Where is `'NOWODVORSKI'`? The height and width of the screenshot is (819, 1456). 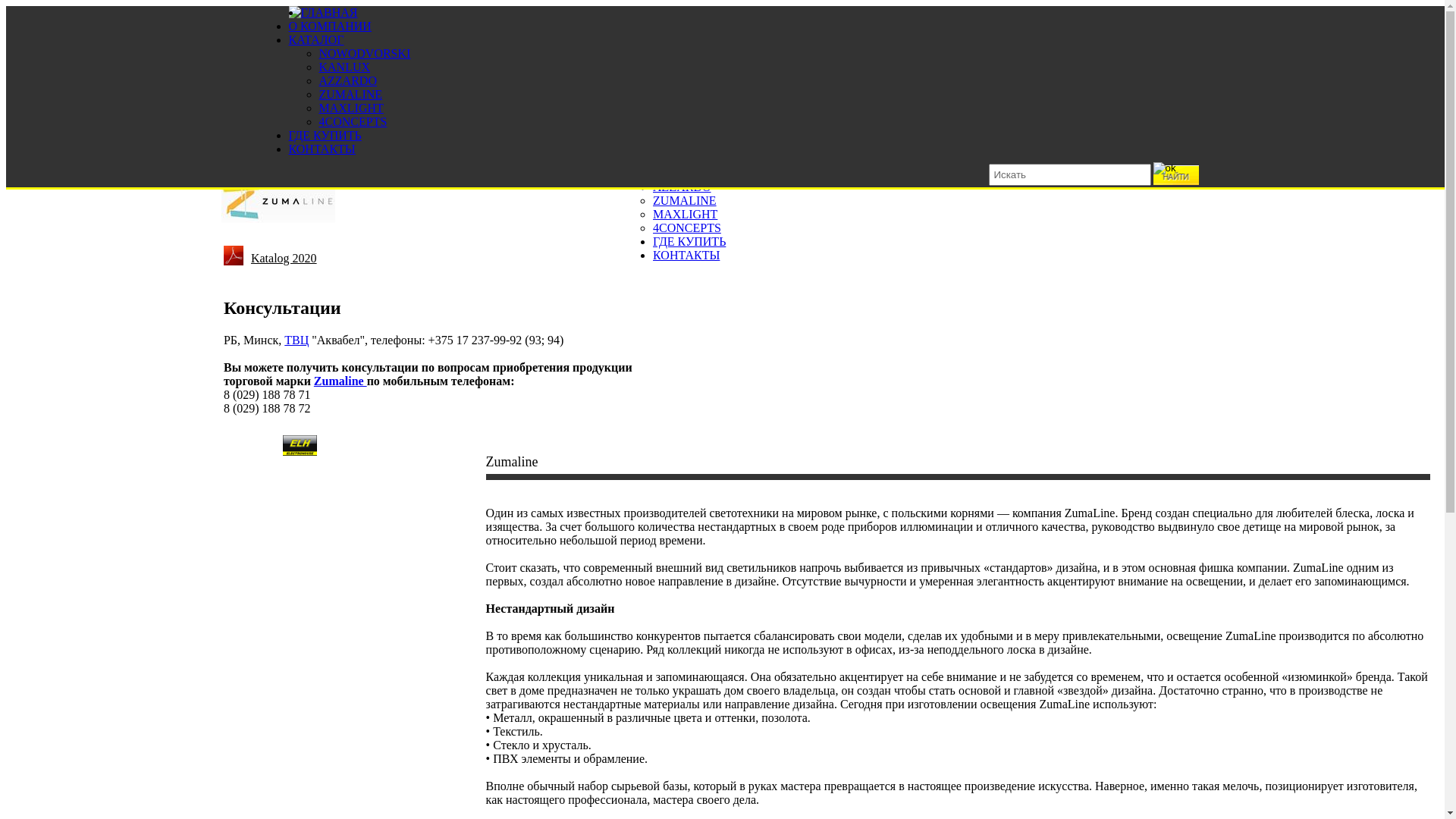
'NOWODVORSKI' is located at coordinates (698, 159).